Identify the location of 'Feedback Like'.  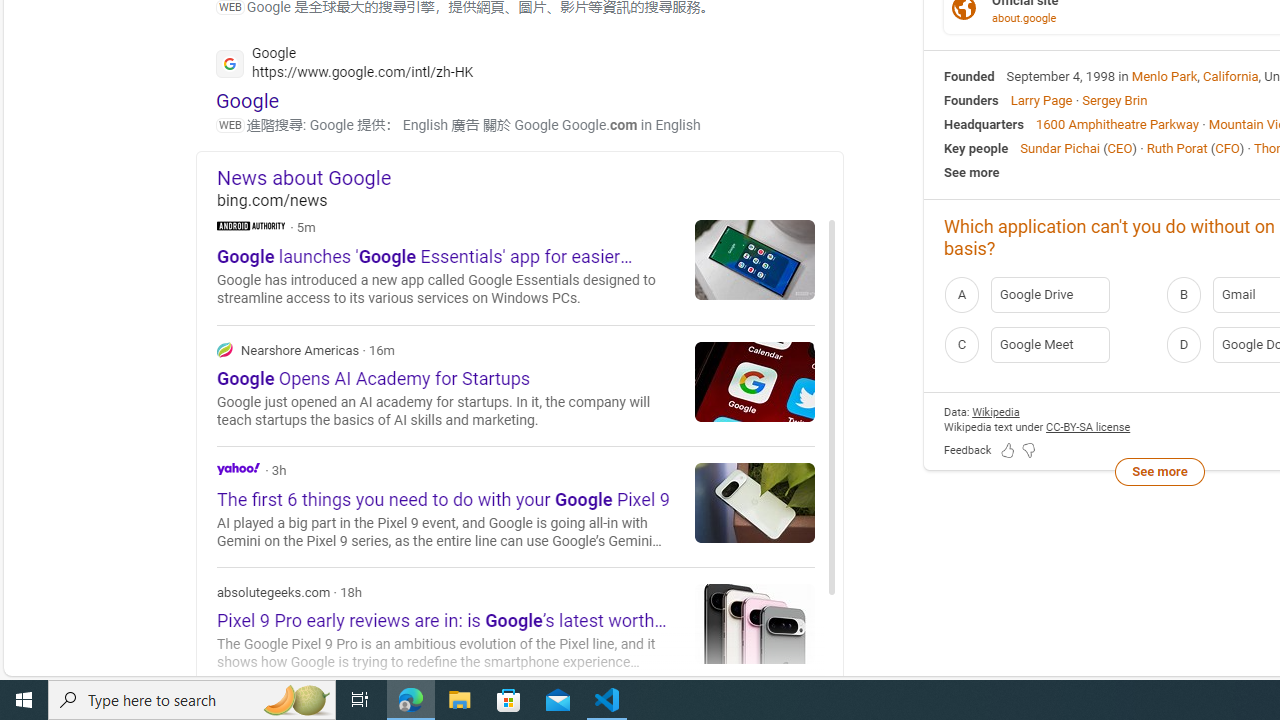
(1008, 451).